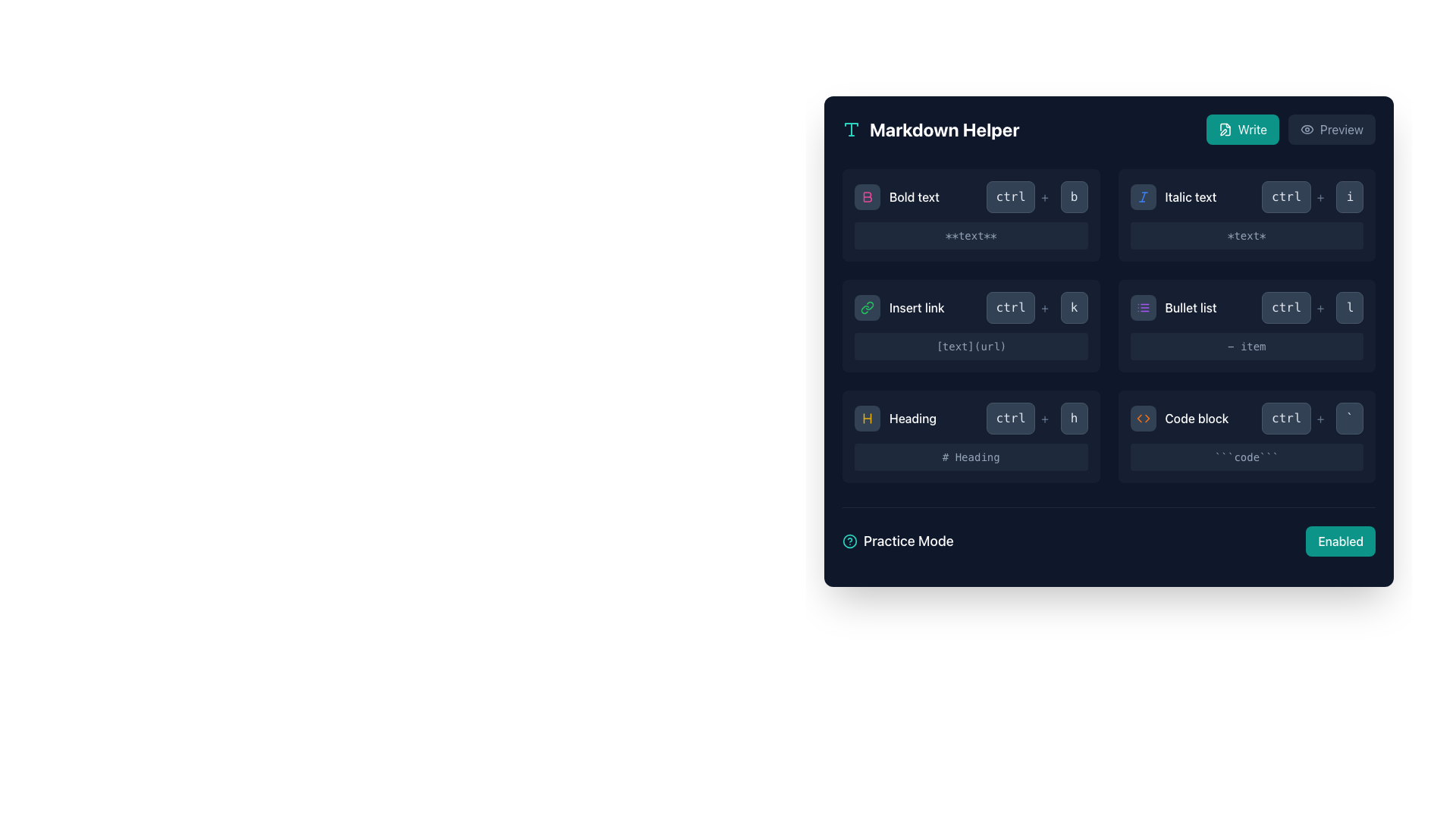 This screenshot has height=819, width=1456. I want to click on the 'Ctrl' key button located in the bottom-right section of the grid layout for keyboard shortcuts, which is the first element indicating a 'Code block' action, so click(1285, 418).